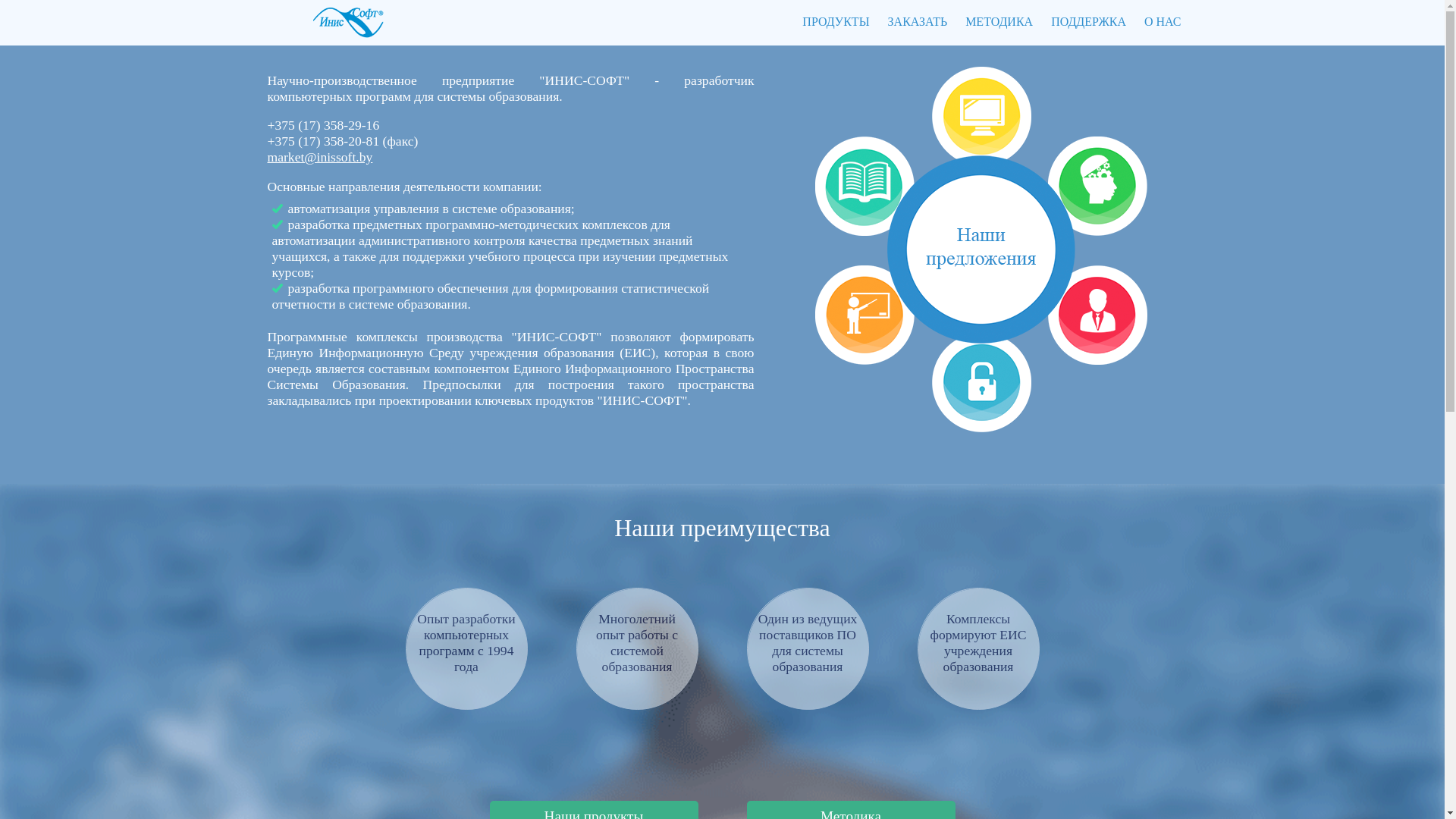 The width and height of the screenshot is (1456, 819). What do you see at coordinates (318, 157) in the screenshot?
I see `'market@inissoft.by'` at bounding box center [318, 157].